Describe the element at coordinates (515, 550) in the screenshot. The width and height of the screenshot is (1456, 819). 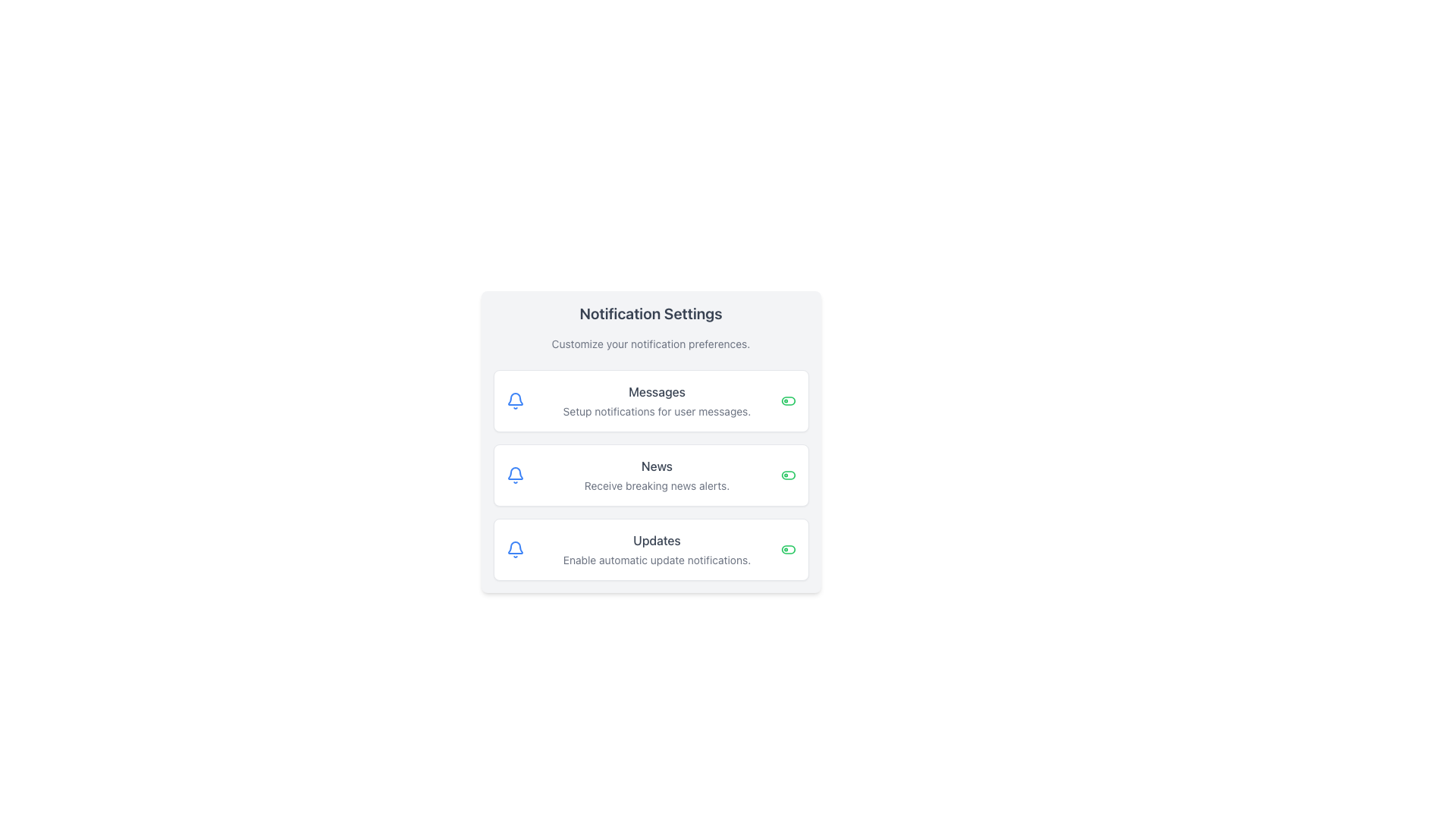
I see `the blue notification bell icon located in the third row of the Notification Settings panel, positioned to the left of the text 'Updates'` at that location.